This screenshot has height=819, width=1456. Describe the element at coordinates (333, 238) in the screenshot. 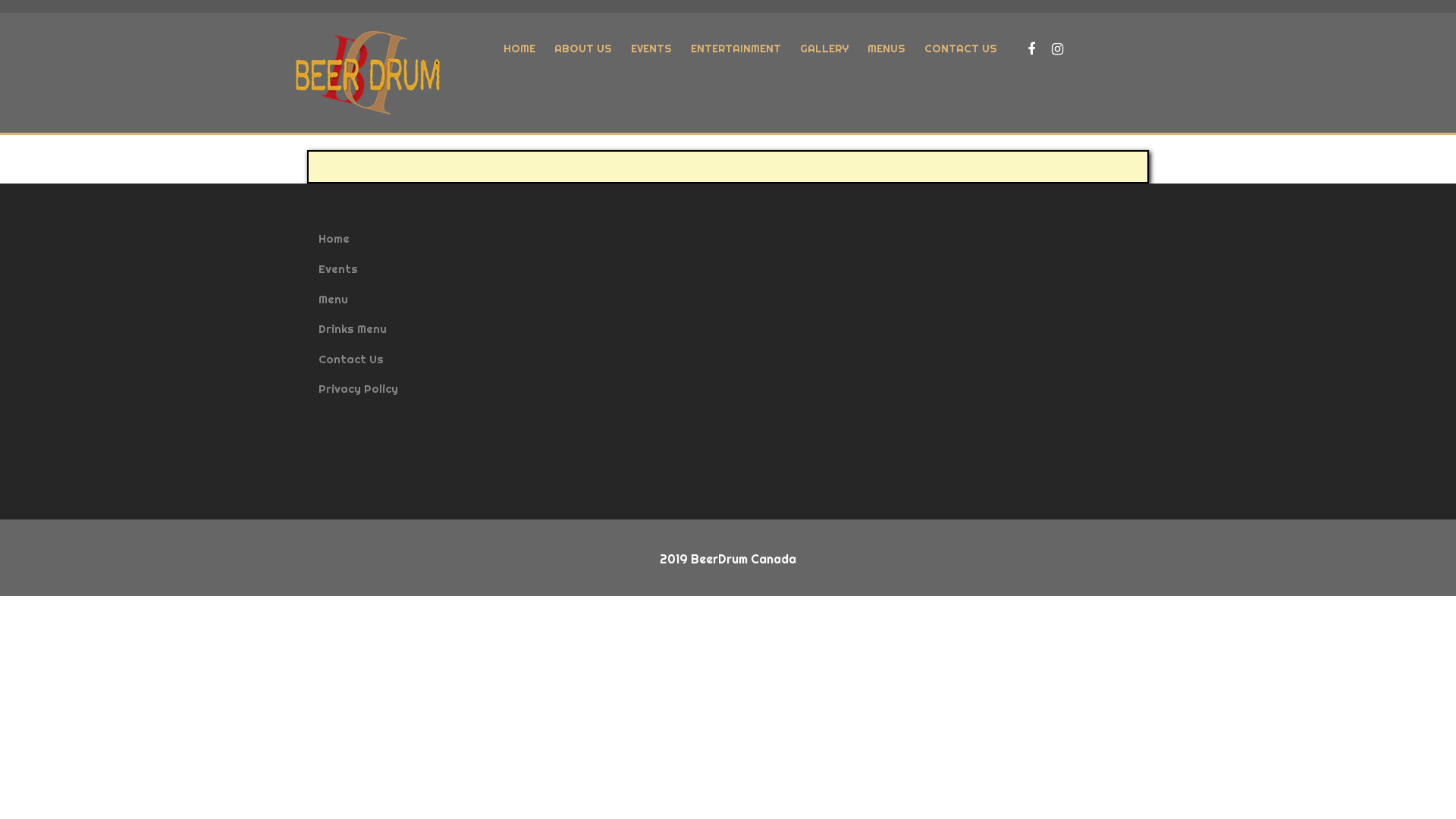

I see `'Home'` at that location.